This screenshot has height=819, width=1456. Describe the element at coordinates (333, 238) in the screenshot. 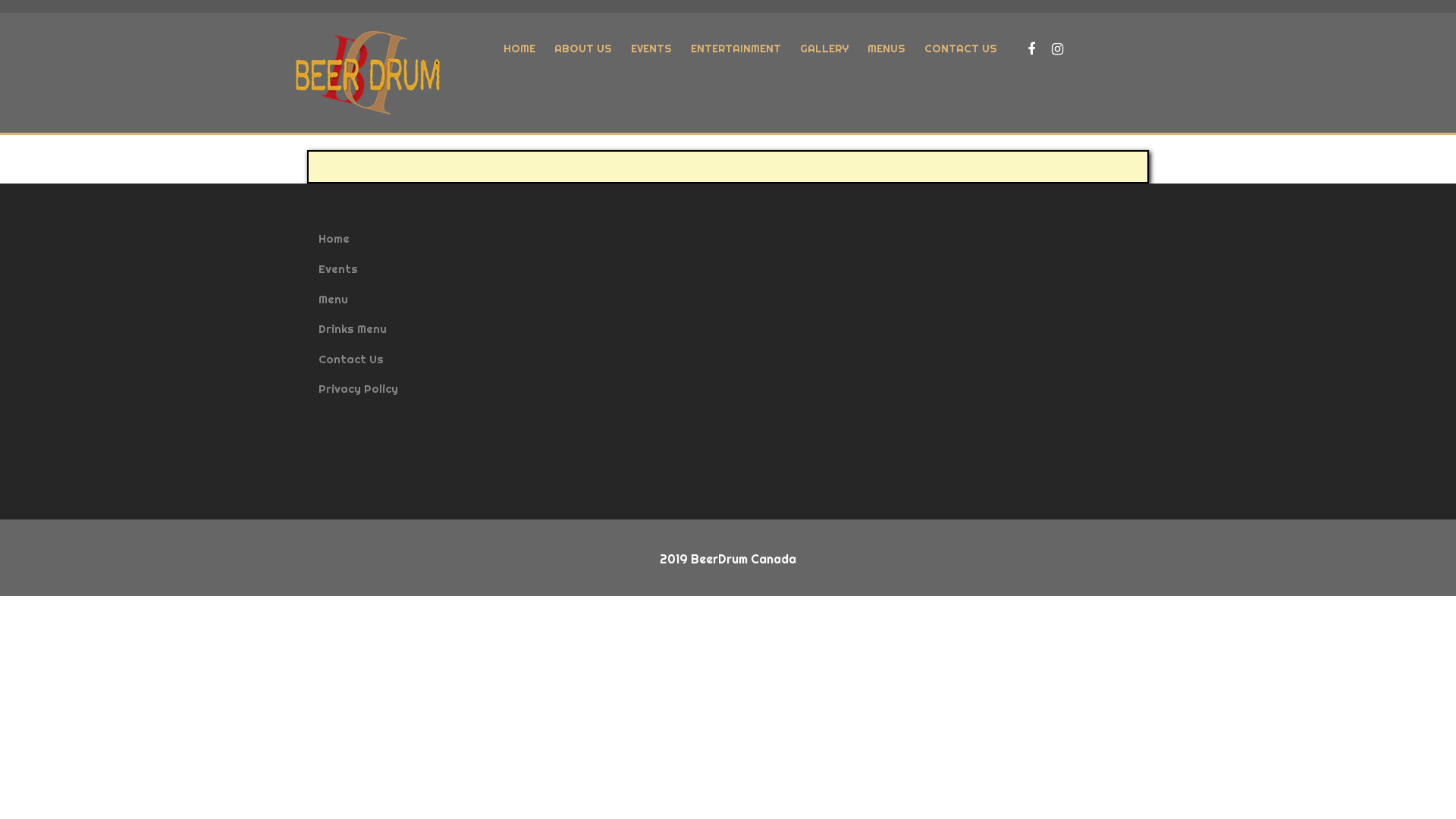

I see `'Home'` at that location.